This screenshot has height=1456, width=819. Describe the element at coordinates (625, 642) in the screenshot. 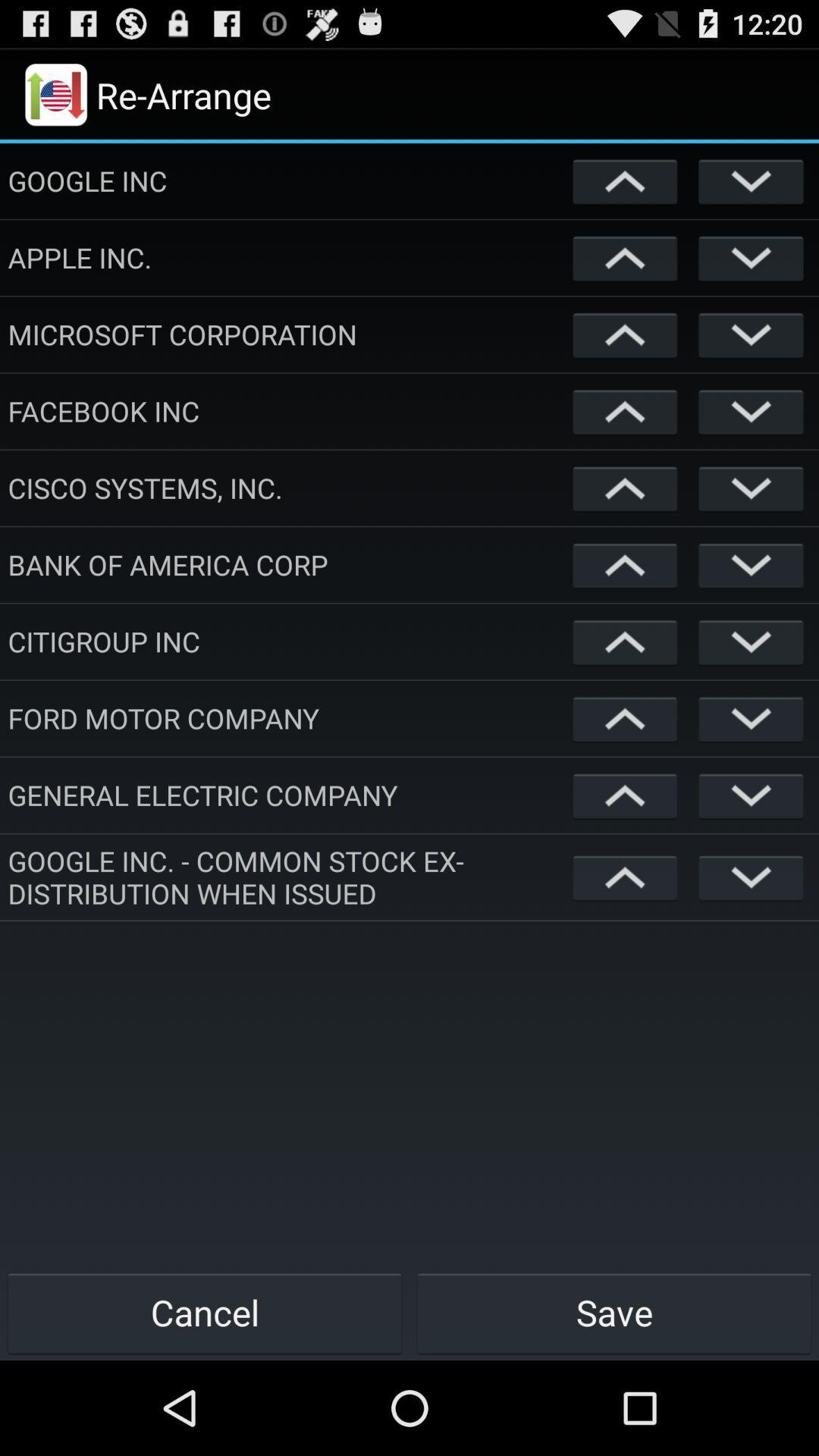

I see `previous` at that location.